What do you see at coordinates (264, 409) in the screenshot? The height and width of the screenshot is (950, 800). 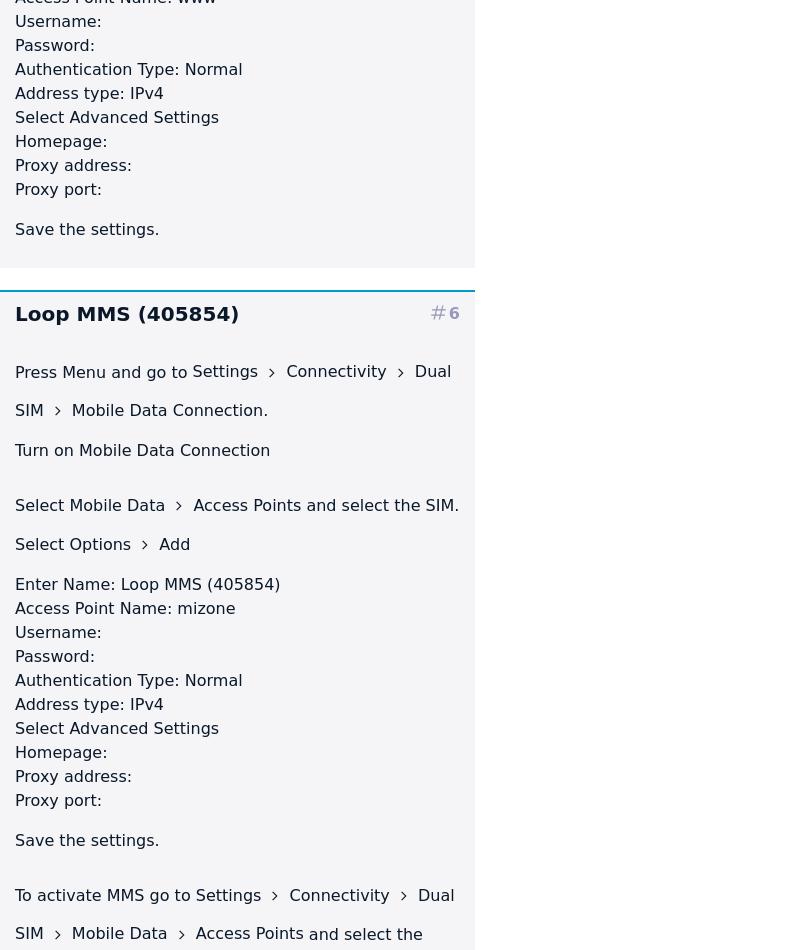 I see `'.'` at bounding box center [264, 409].